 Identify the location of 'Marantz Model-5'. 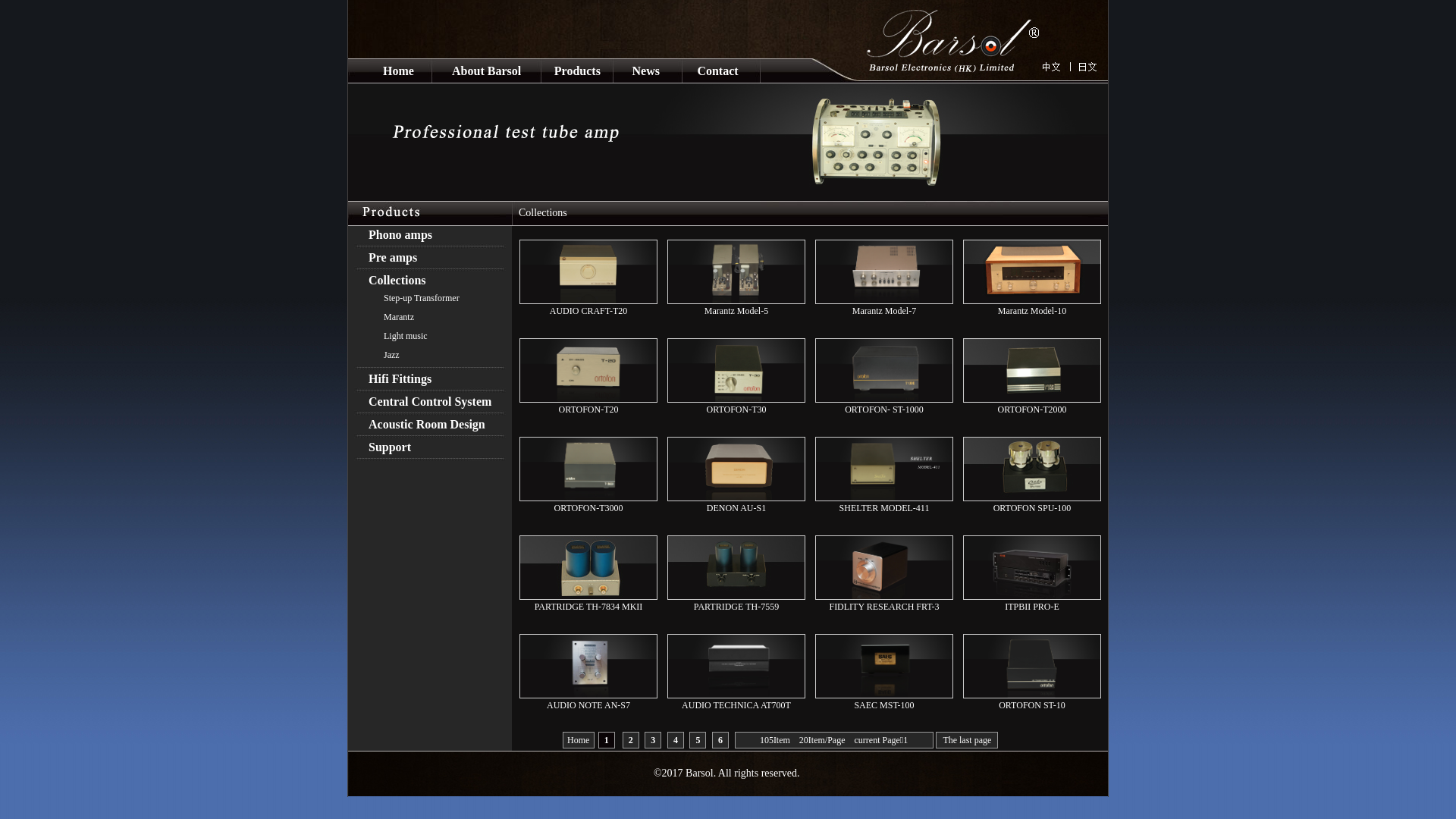
(736, 309).